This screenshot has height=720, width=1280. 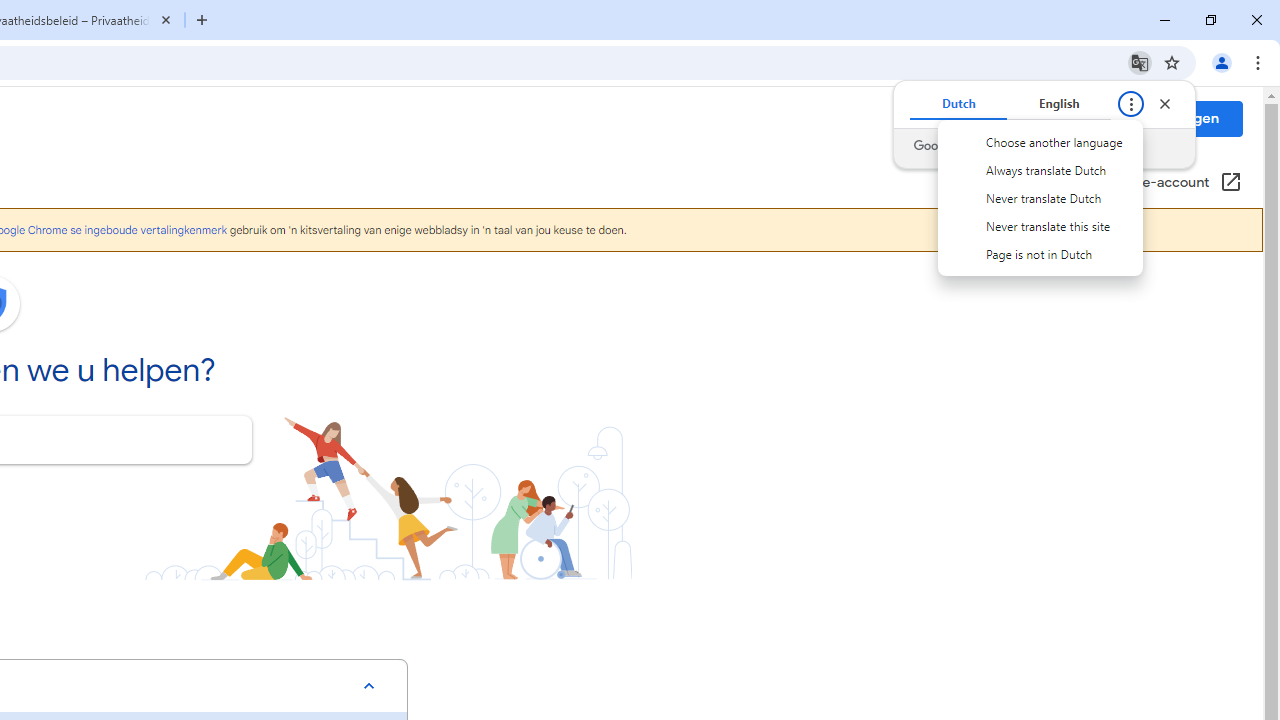 I want to click on 'Translate this page', so click(x=1139, y=61).